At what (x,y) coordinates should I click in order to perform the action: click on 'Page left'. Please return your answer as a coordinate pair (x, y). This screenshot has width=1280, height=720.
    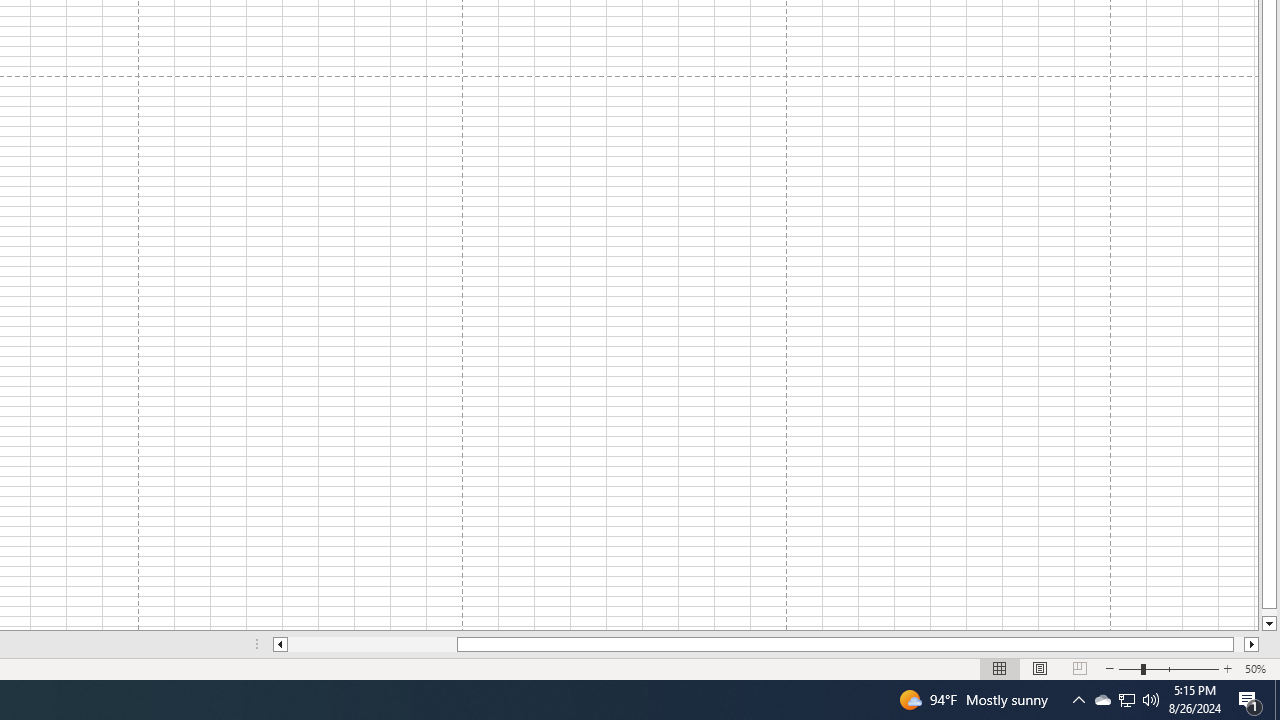
    Looking at the image, I should click on (372, 644).